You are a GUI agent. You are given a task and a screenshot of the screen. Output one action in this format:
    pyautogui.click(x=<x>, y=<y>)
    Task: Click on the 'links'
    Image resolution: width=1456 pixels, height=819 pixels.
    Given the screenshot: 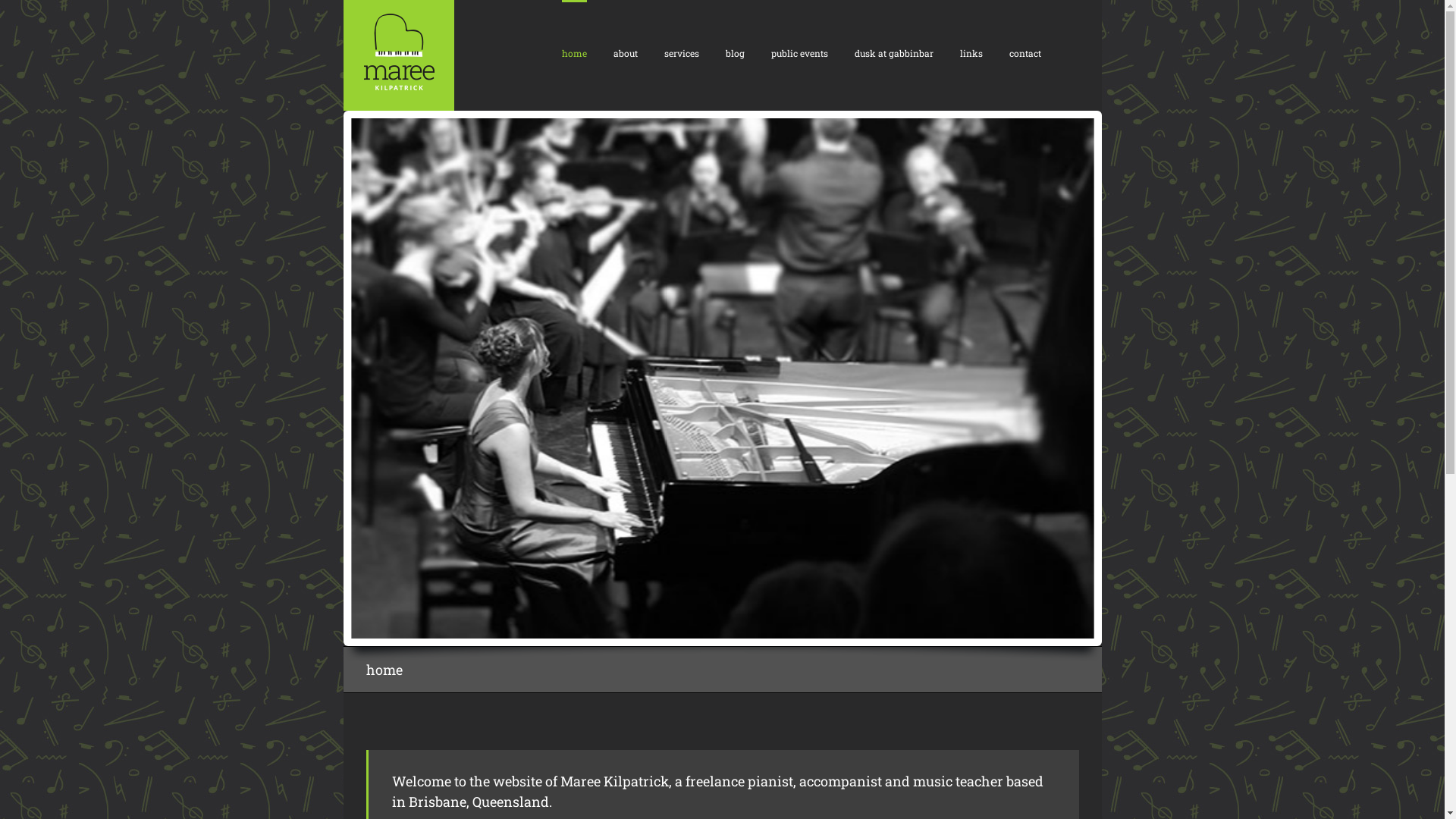 What is the action you would take?
    pyautogui.click(x=971, y=52)
    